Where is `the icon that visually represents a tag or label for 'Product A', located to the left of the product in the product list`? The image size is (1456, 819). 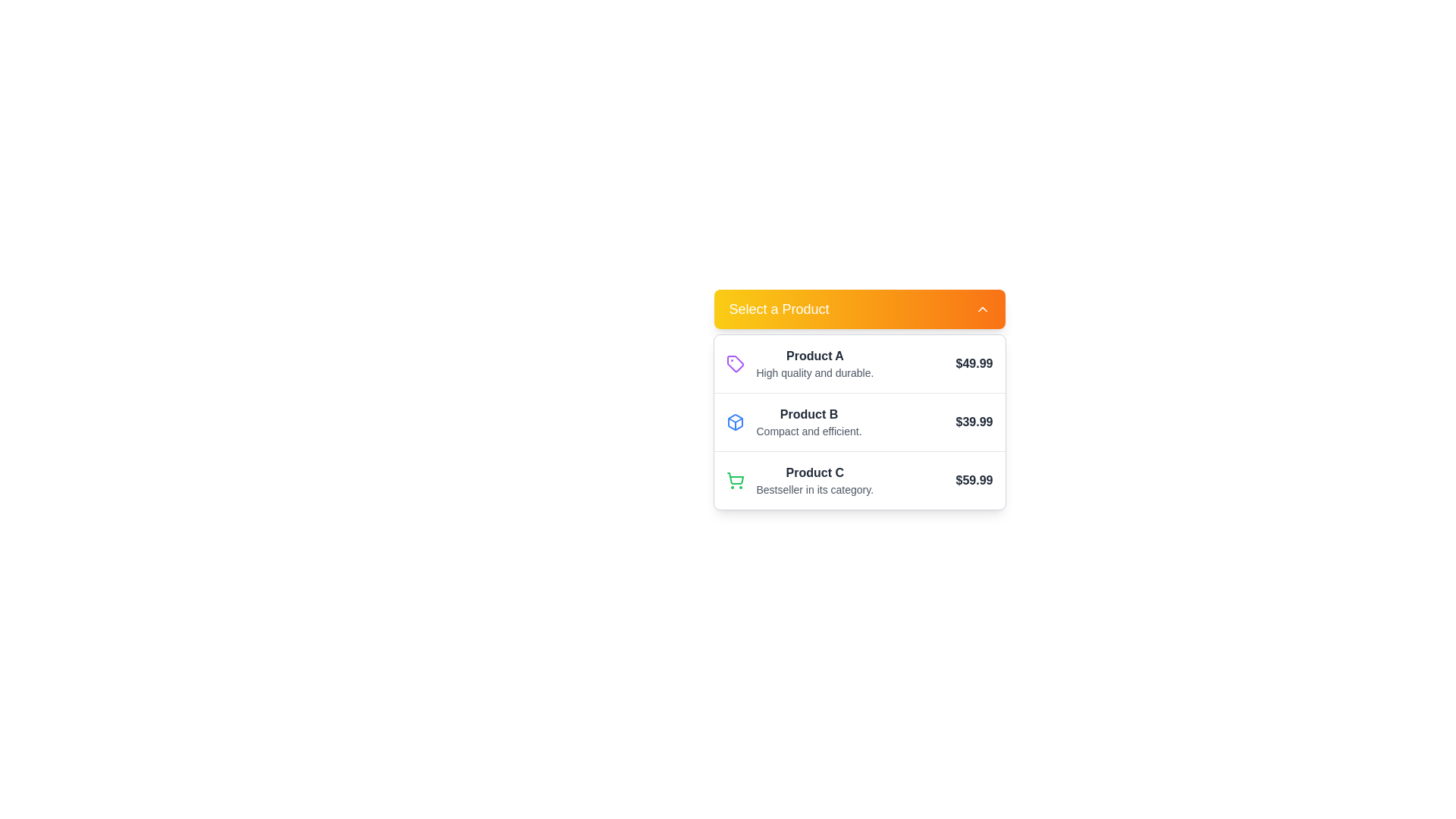 the icon that visually represents a tag or label for 'Product A', located to the left of the product in the product list is located at coordinates (735, 363).